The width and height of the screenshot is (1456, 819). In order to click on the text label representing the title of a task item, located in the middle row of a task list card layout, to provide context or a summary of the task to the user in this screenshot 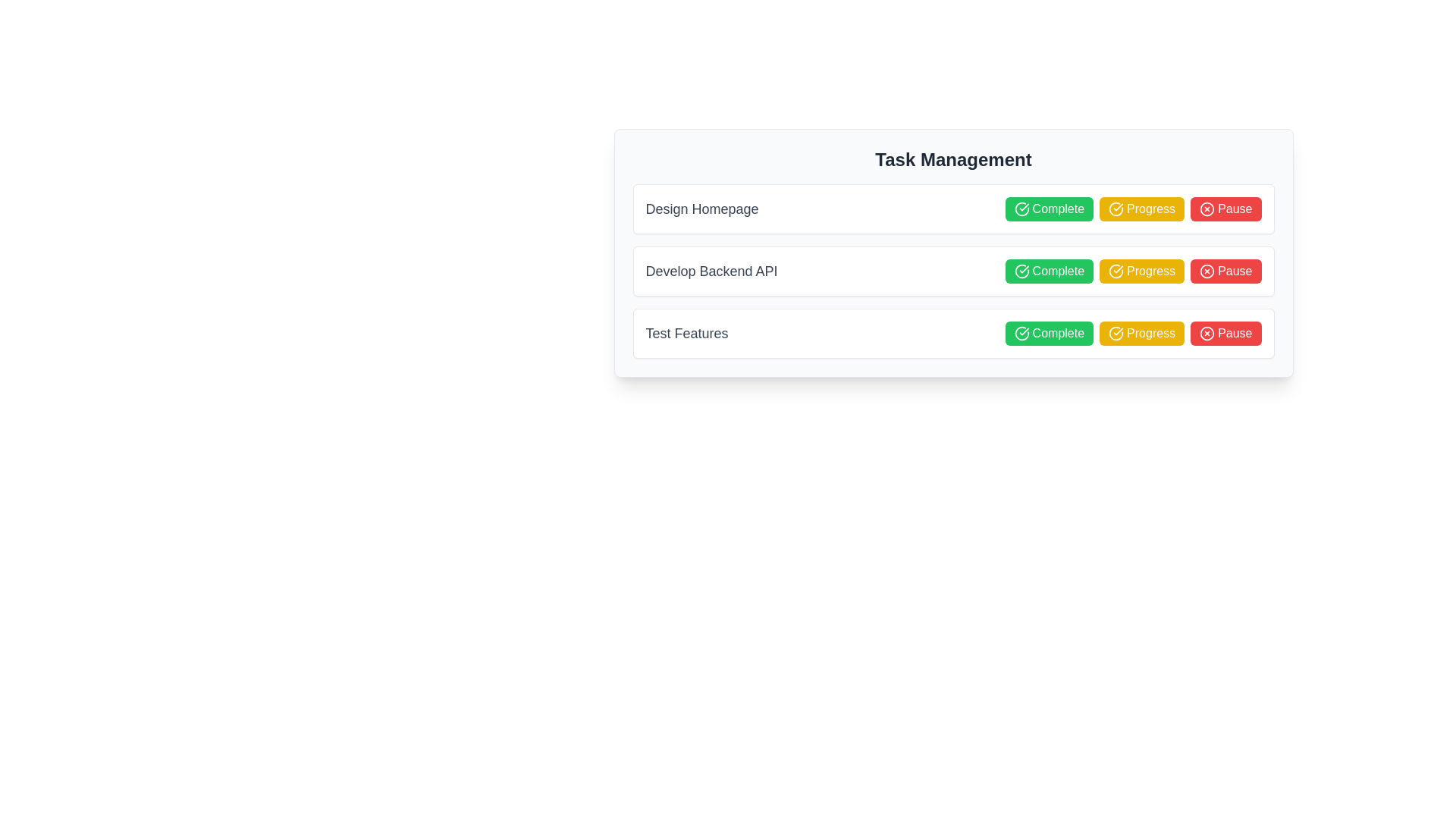, I will do `click(711, 271)`.